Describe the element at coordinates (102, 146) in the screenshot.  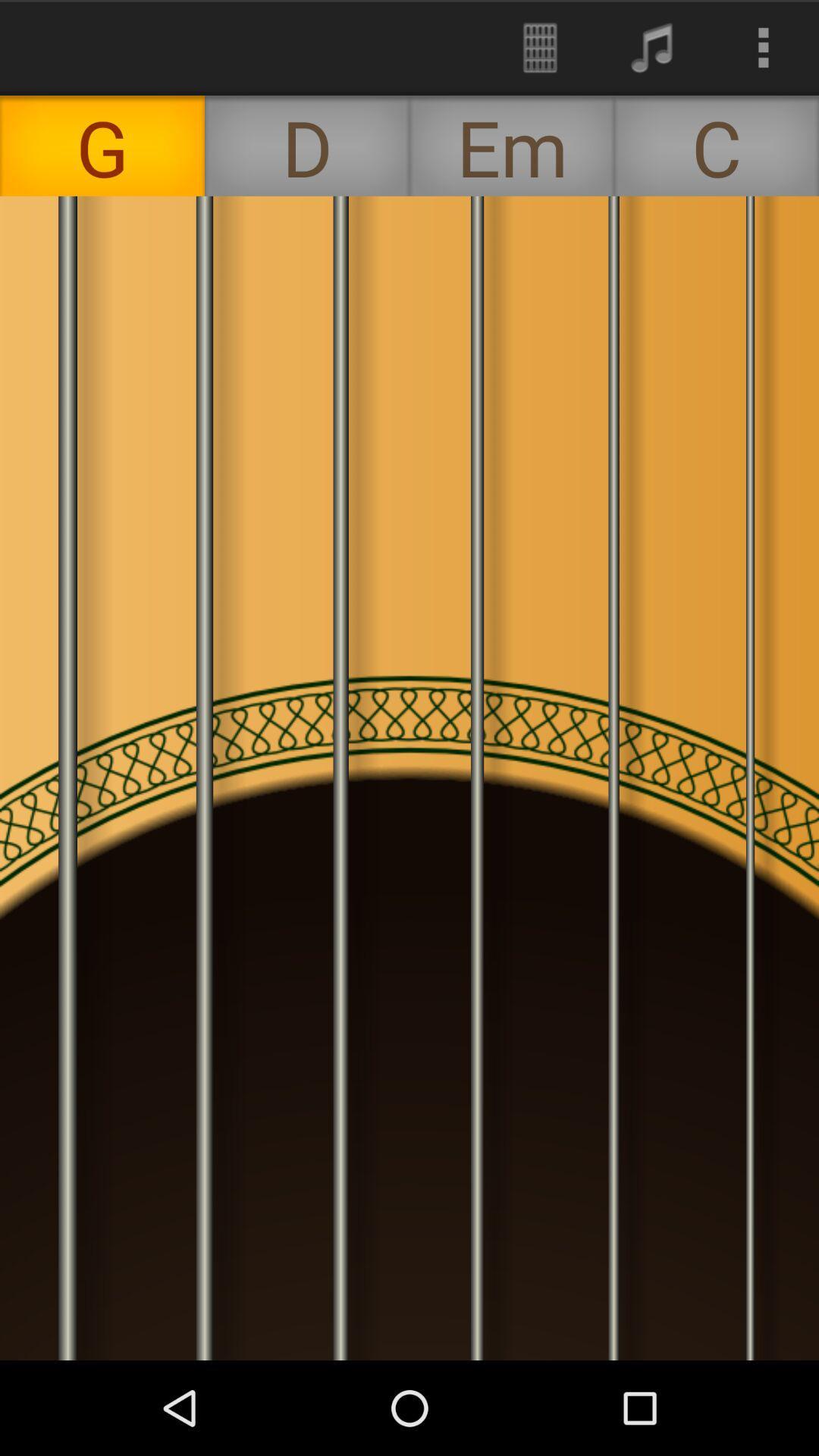
I see `the item at the top left corner` at that location.